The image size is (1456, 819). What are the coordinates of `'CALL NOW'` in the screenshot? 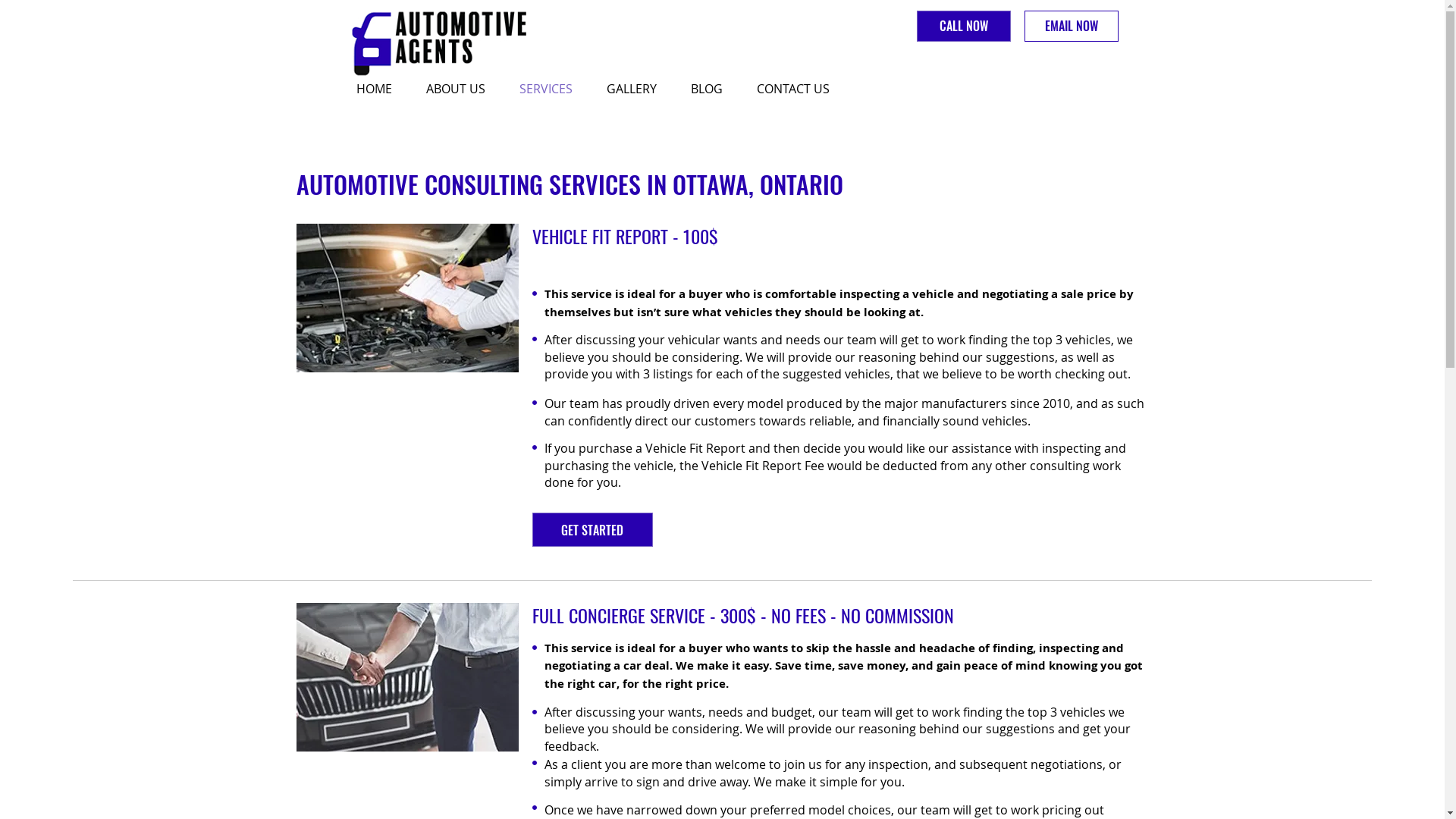 It's located at (962, 26).